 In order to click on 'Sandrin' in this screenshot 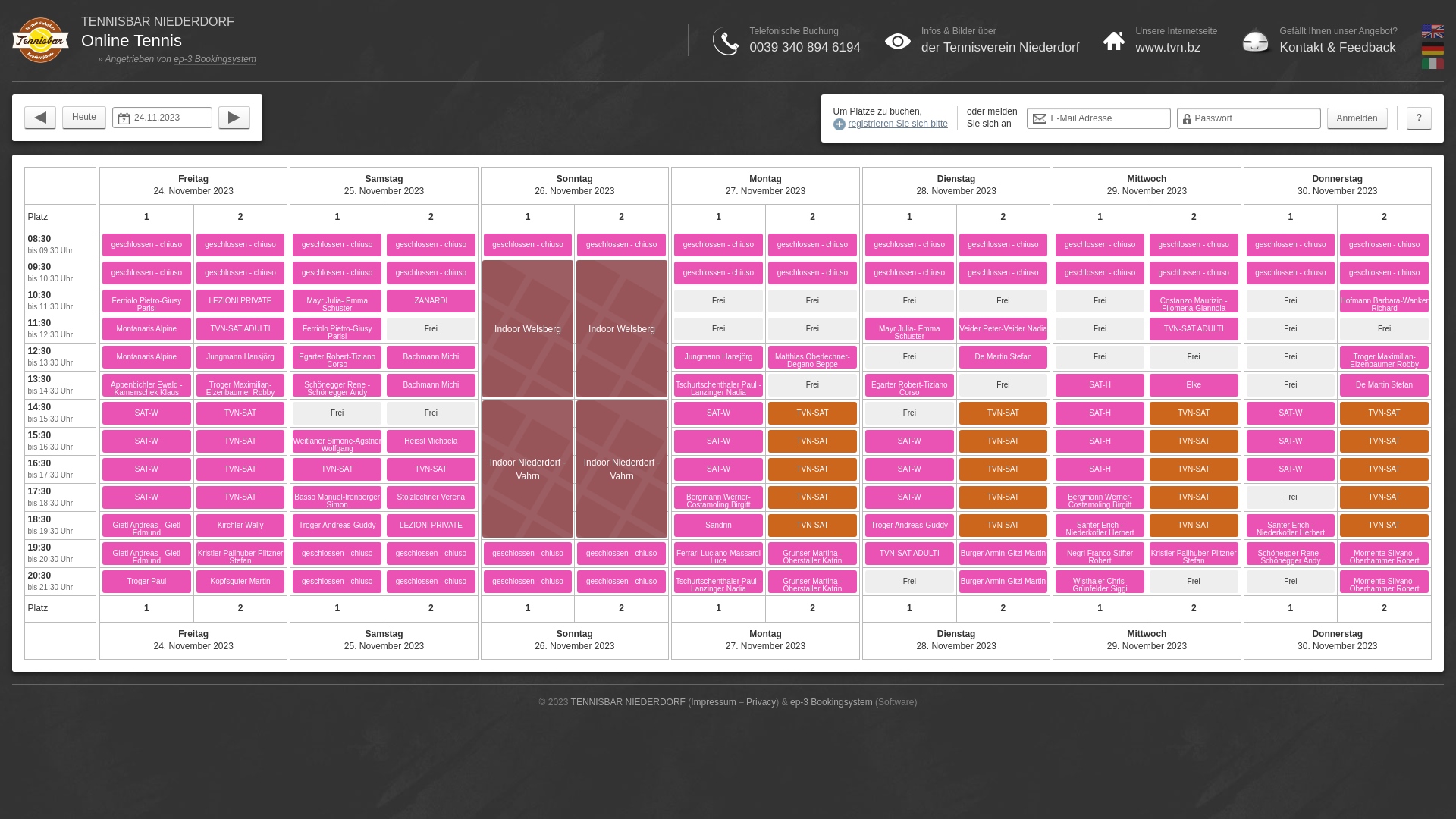, I will do `click(717, 525)`.